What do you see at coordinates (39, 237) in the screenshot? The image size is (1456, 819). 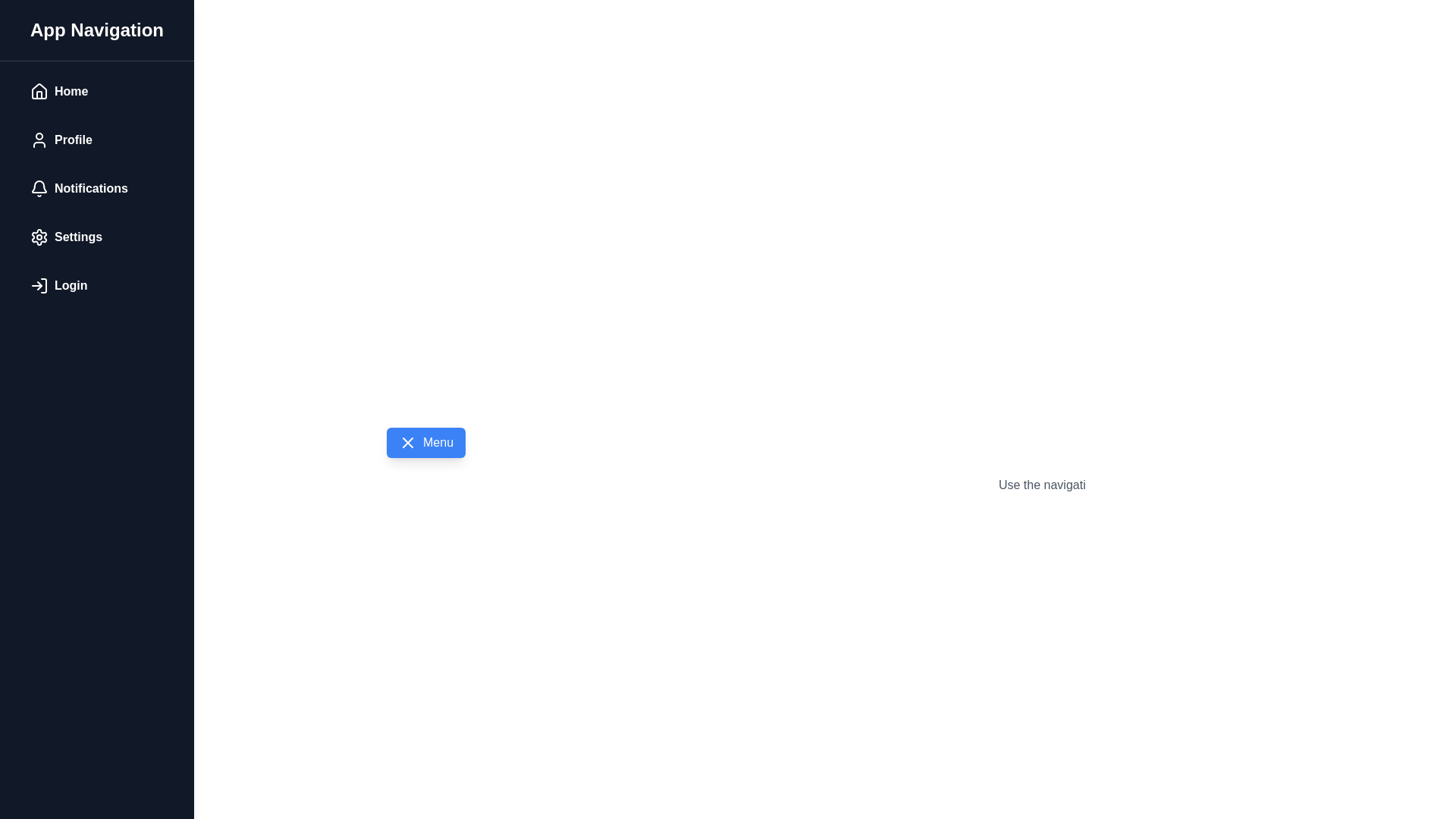 I see `the cogwheel icon in the settings item located at the third slot of the left-hand vertical menu bar` at bounding box center [39, 237].